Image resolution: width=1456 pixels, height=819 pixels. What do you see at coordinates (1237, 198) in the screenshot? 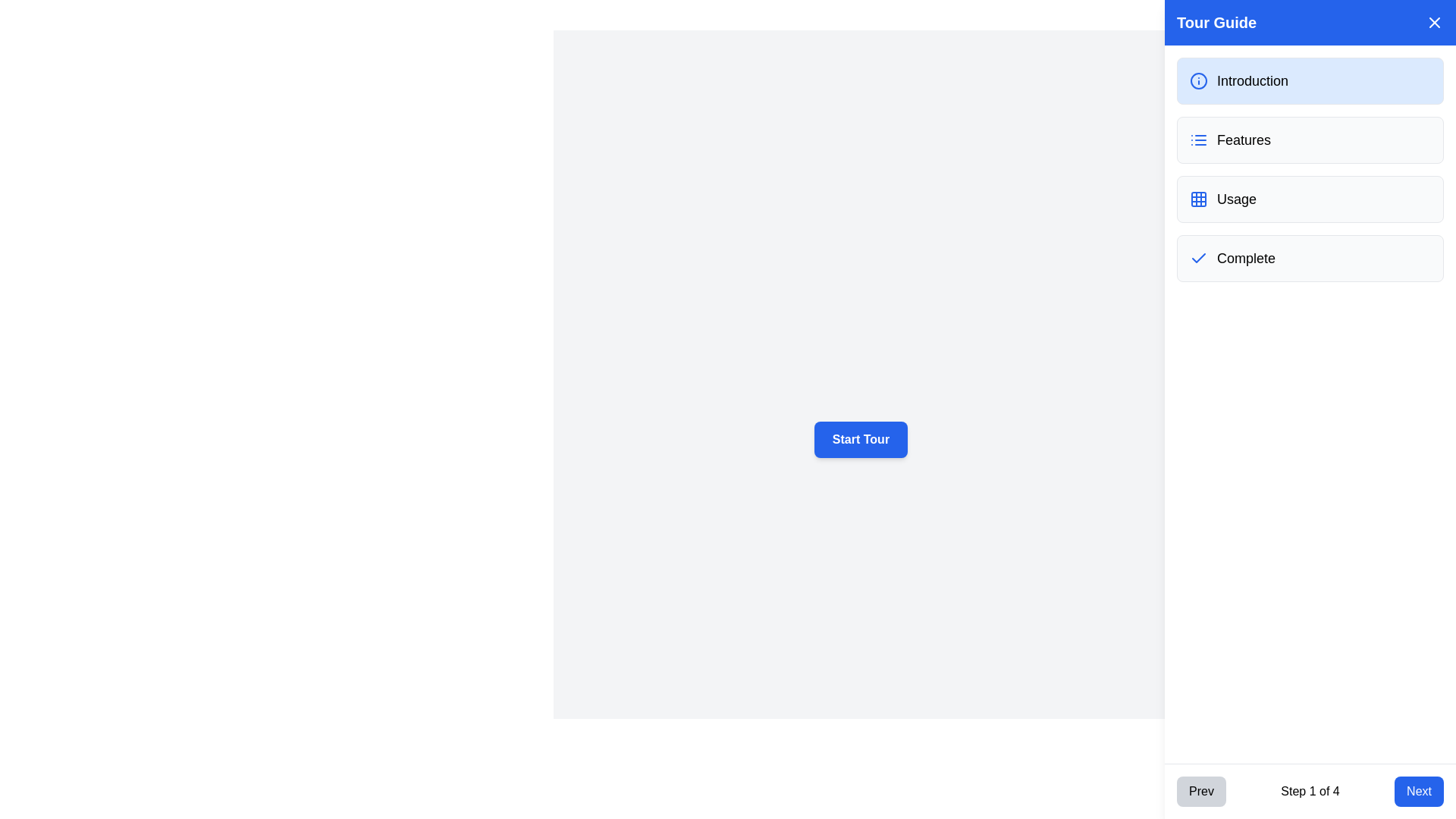
I see `the text label indicating 'Usage' in the menu, which is the third item following 'Introduction' and 'Features.'` at bounding box center [1237, 198].